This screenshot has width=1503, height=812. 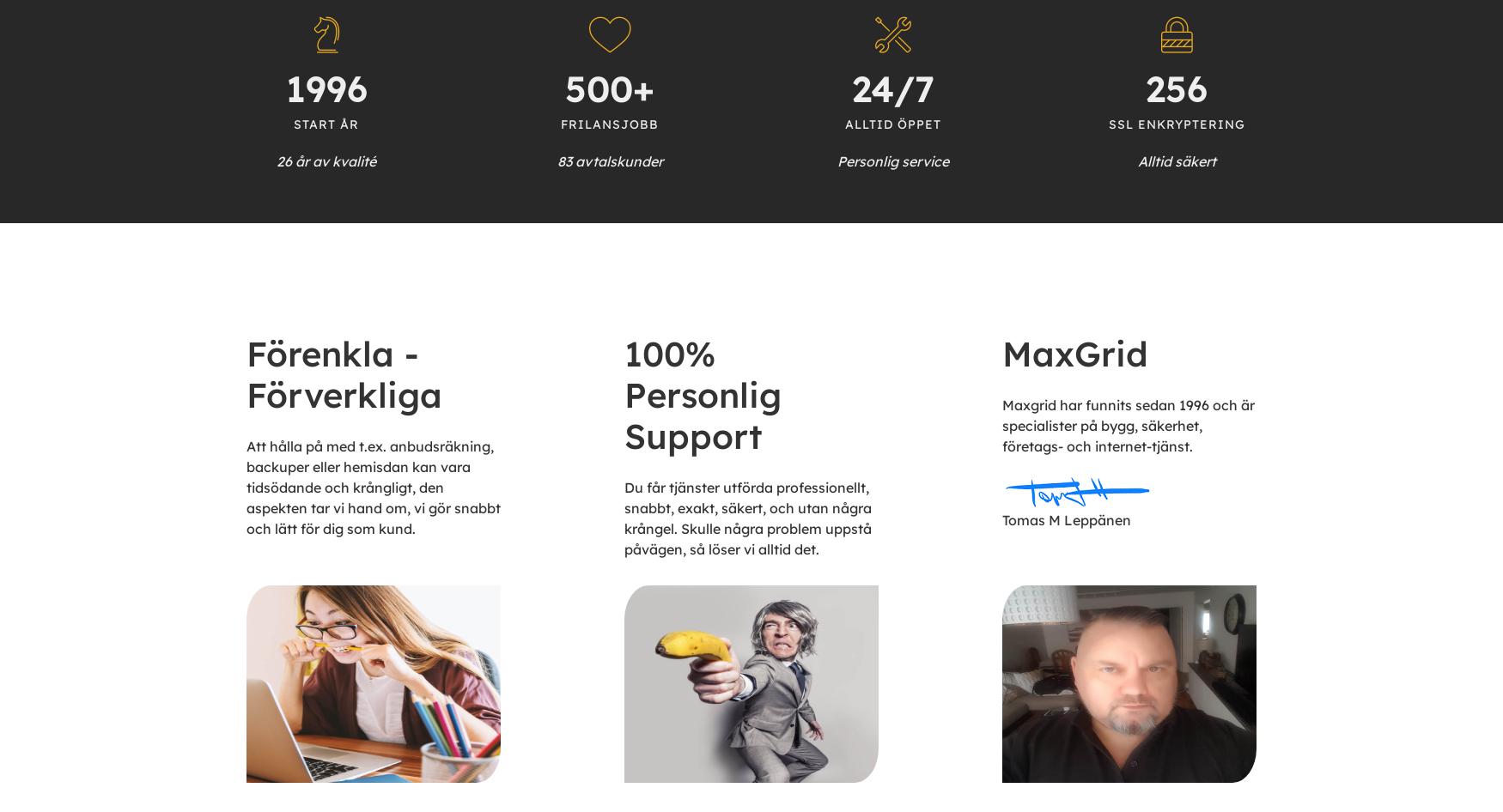 I want to click on 'Du får tjänster utförda professionellt, snabbt, exakt, säkert, och utan några krångel. Skulle några problem uppstå påvägen, så löser vi alltid det.', so click(x=747, y=516).